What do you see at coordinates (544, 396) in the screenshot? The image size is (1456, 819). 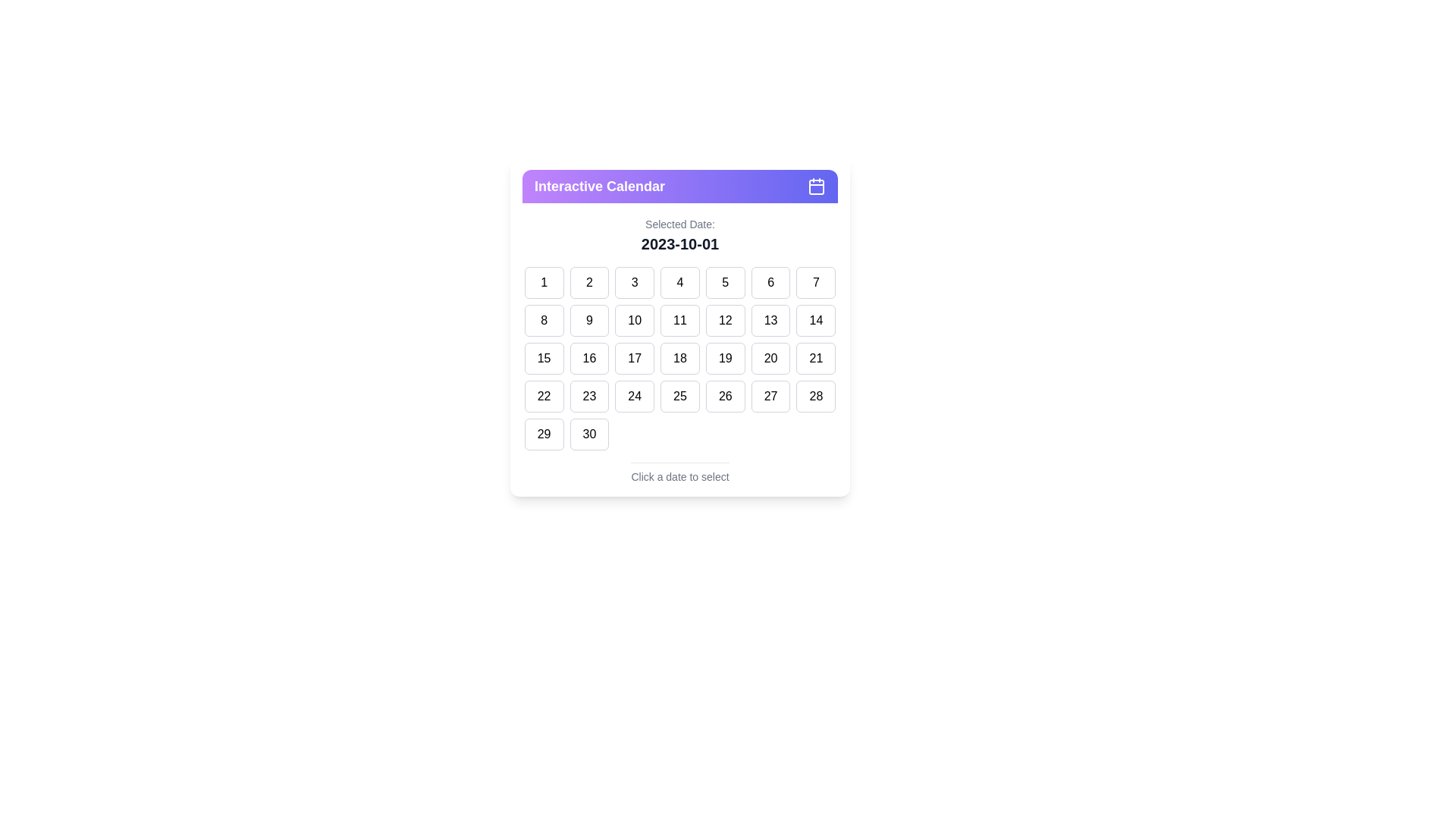 I see `the button displaying the text '22'` at bounding box center [544, 396].